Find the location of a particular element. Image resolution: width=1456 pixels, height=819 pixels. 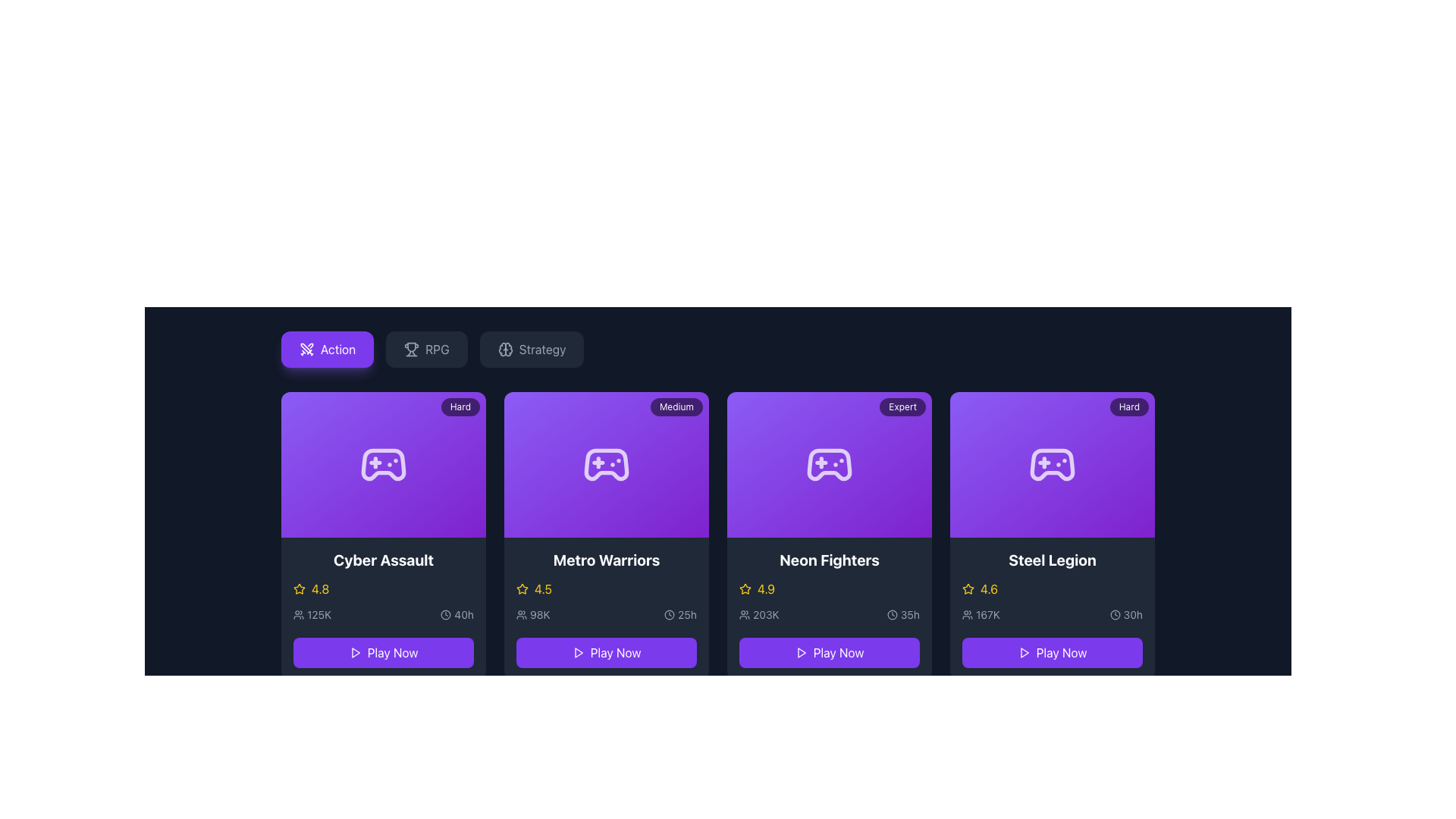

the icon representing the 'Strategy' category, located to the left of the text 'Strategy' is located at coordinates (505, 350).